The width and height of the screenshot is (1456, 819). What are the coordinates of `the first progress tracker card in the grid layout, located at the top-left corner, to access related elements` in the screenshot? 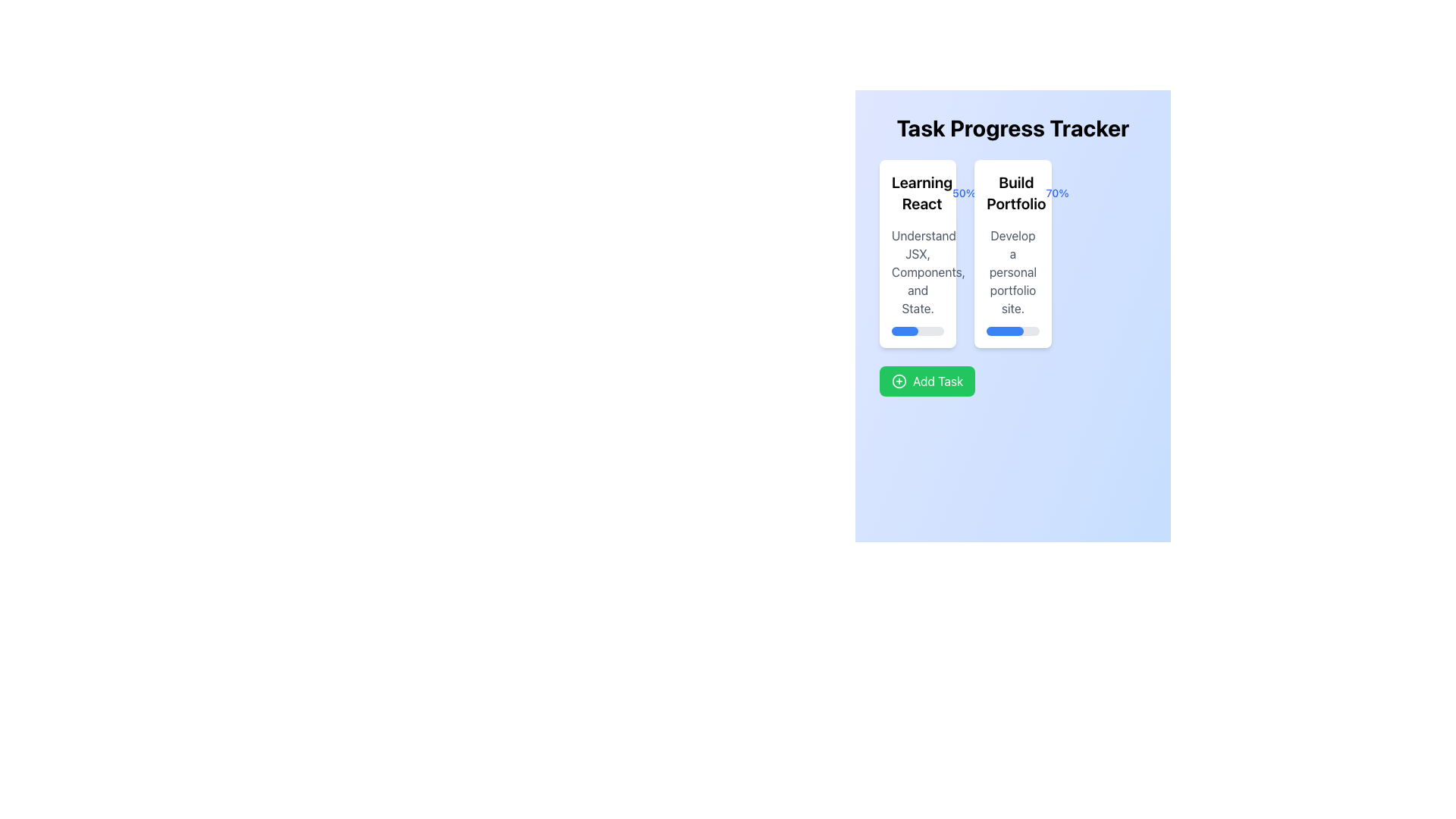 It's located at (917, 253).